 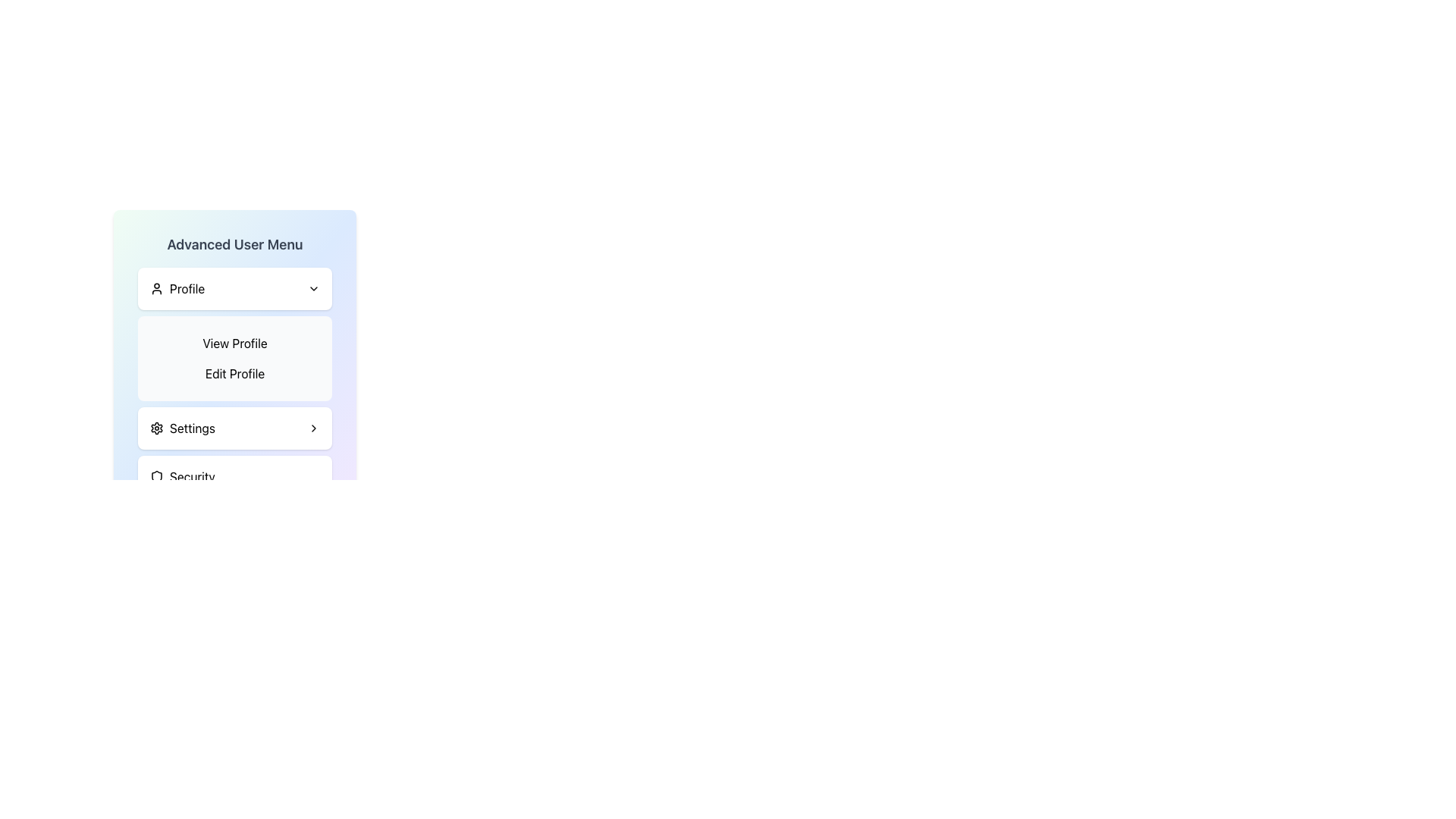 I want to click on the chevron icon located to the right of the 'Profile' text in the Advanced User Menu panel, so click(x=312, y=289).